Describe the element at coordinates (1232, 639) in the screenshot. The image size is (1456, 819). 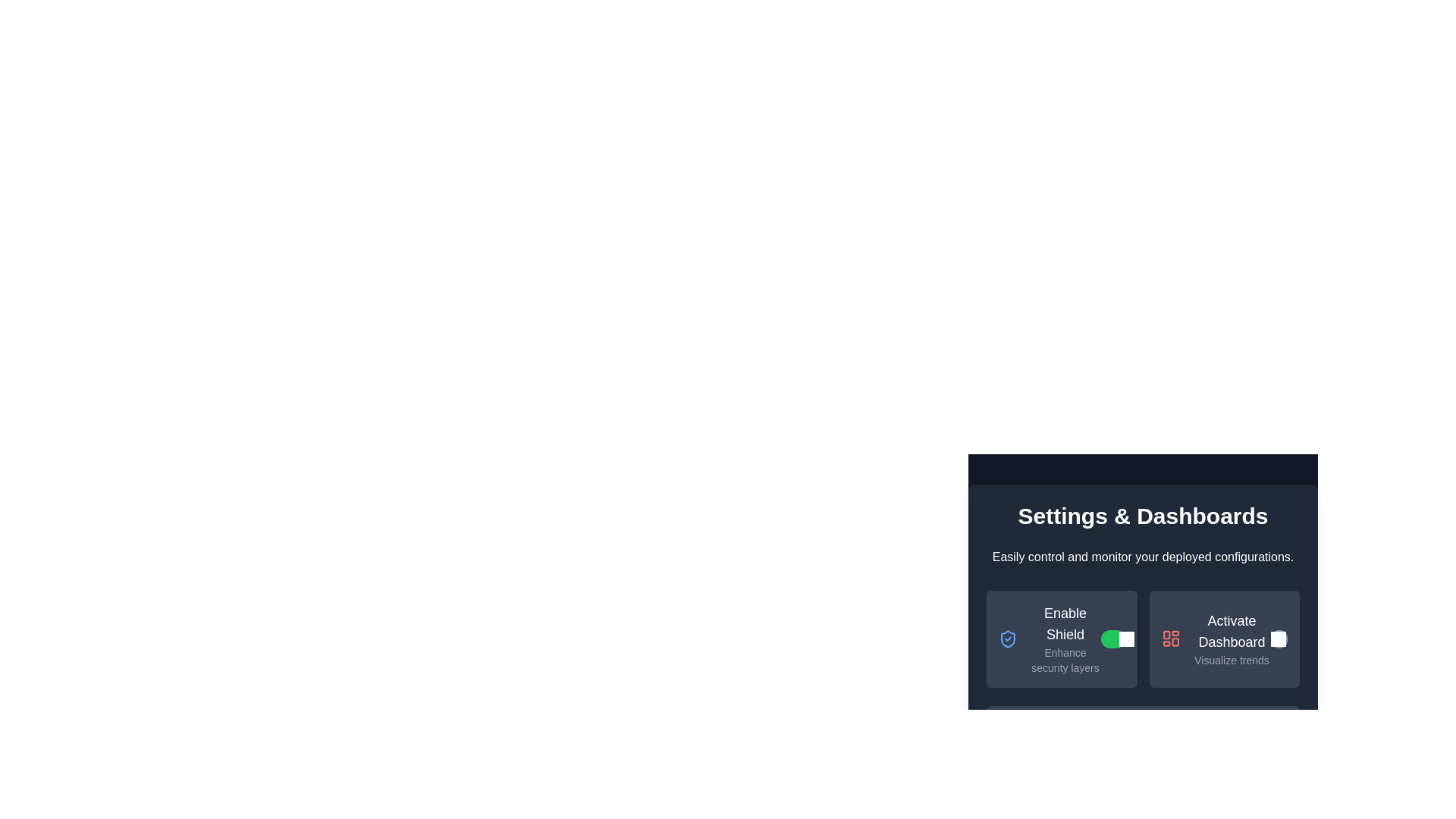
I see `the textual description label that provides information about the activation of the dashboard and its associated trend visualization feature, located within the 'Settings & Dashboards' panel, to the right of the 'Enable Shield' section` at that location.